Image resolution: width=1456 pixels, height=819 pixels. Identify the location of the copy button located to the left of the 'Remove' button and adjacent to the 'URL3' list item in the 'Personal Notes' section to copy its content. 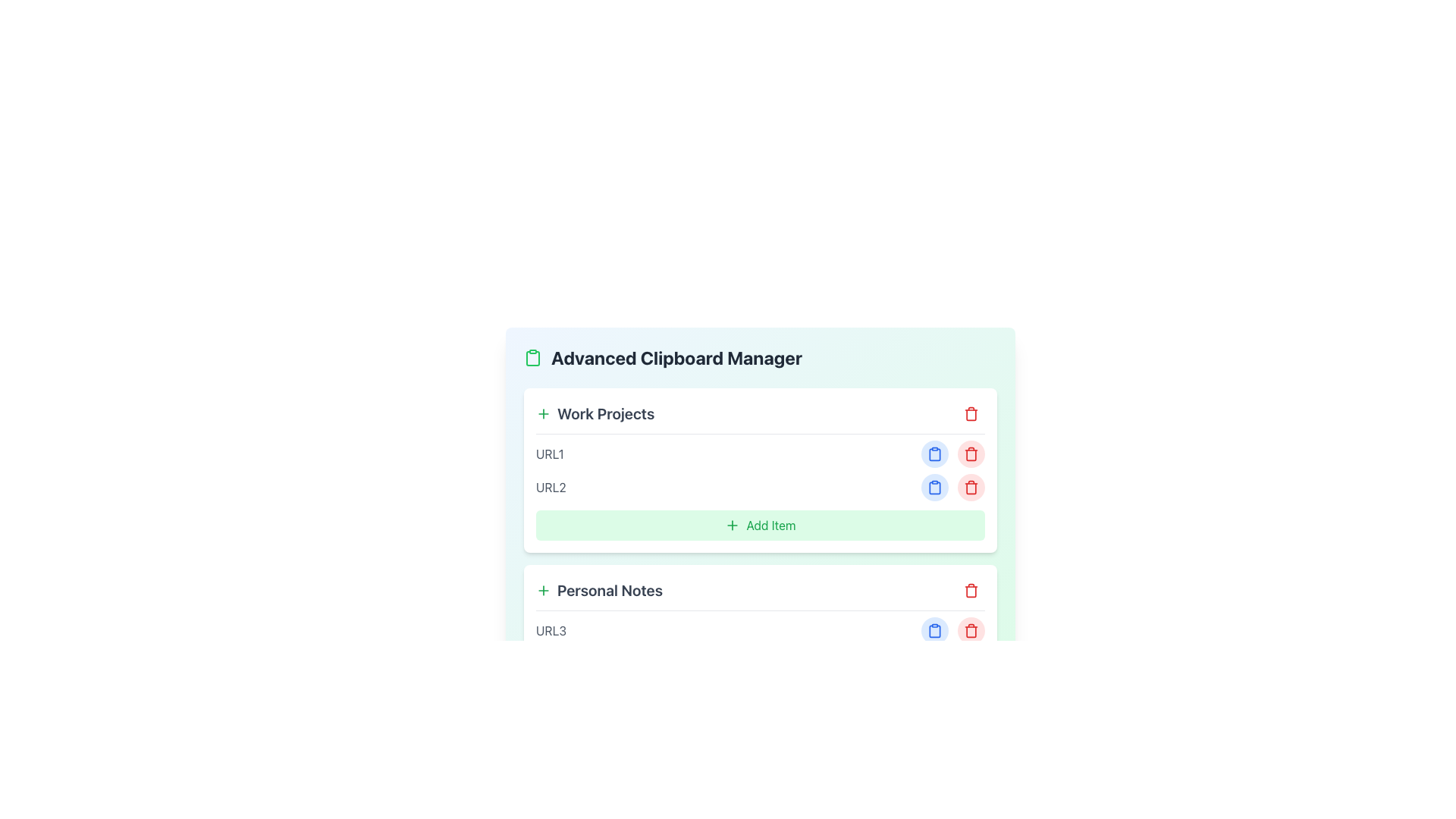
(934, 631).